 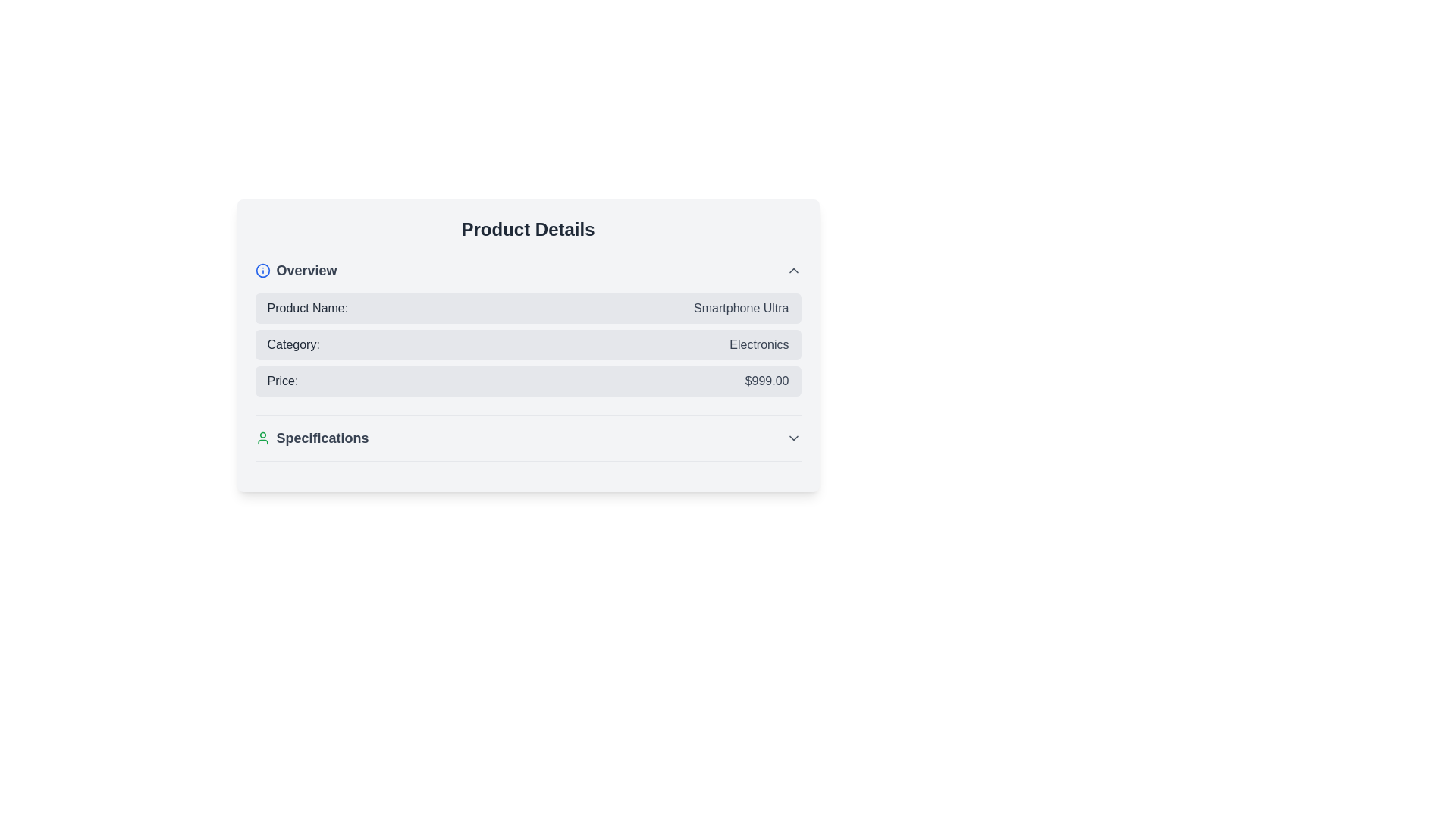 I want to click on the product name displayed in the first row of the 'Product Details' section, located above the 'Category' and 'Price' rows, so click(x=528, y=308).